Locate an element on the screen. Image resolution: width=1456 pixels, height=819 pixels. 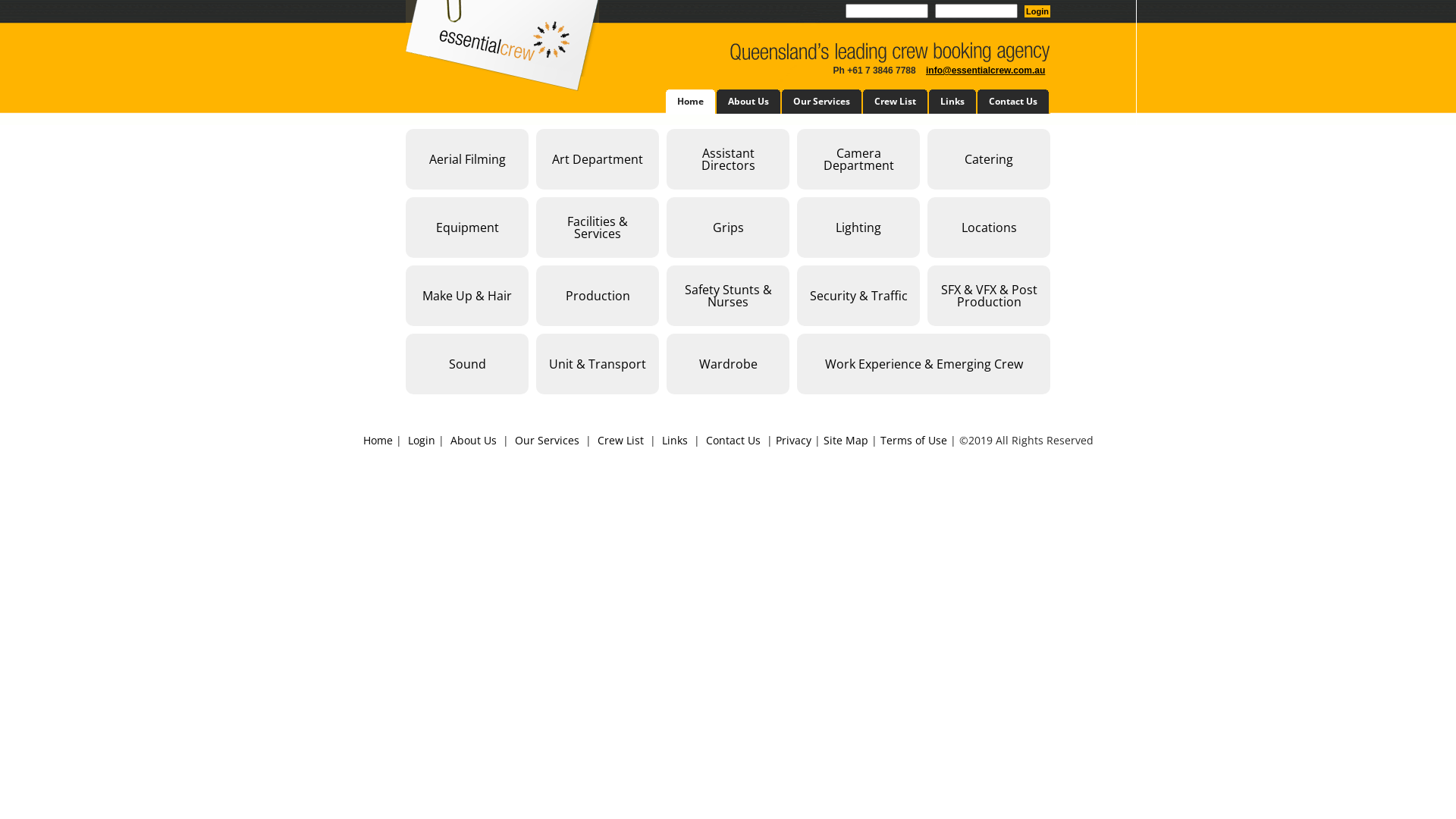
'Production' is located at coordinates (596, 295).